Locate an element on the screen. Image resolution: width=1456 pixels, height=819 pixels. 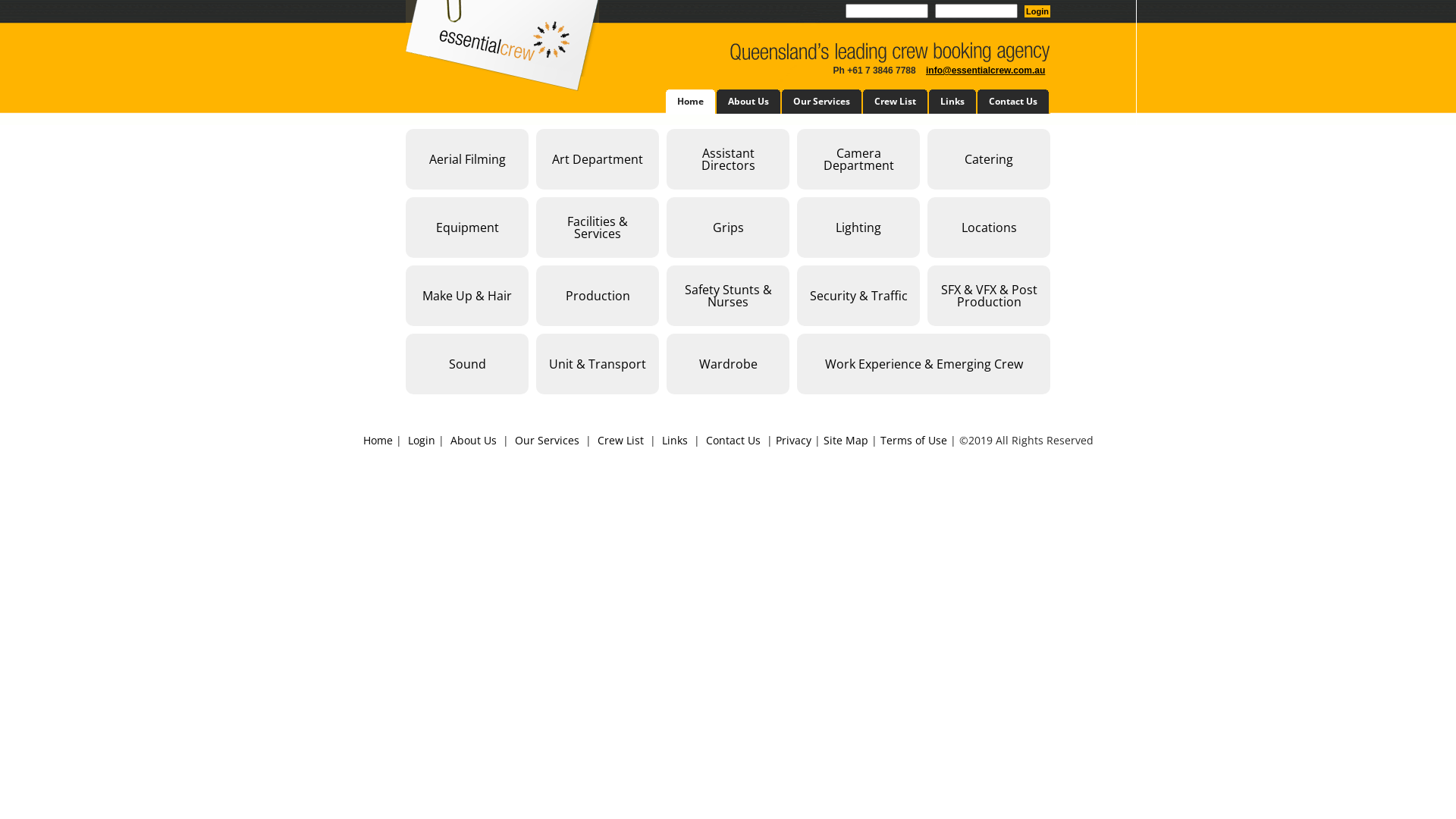
'Production' is located at coordinates (596, 295).